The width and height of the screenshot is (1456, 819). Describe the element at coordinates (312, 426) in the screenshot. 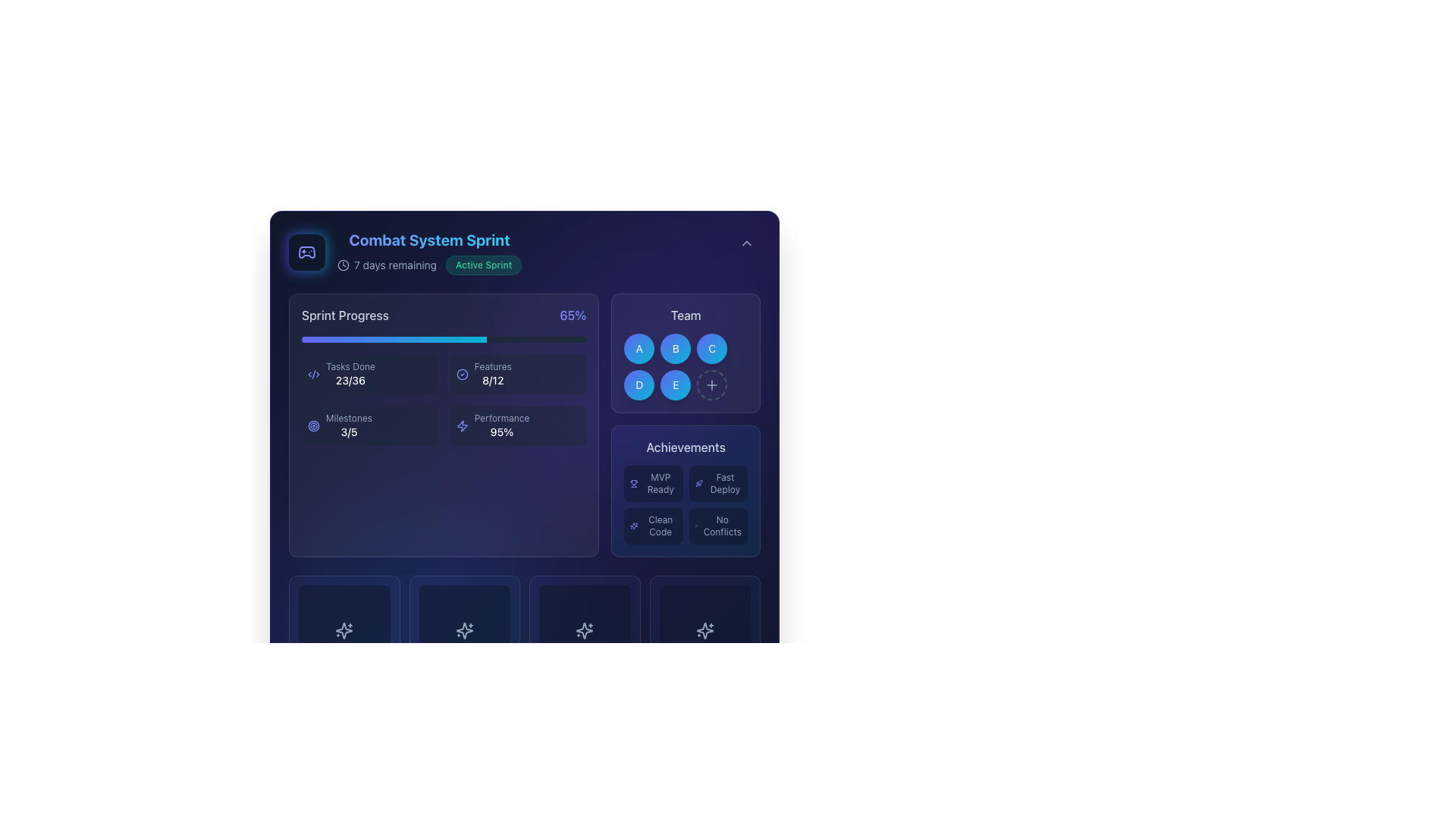

I see `the decorative target icon located to the left of the 'Milestones' text in the 'Sprint Progress' section` at that location.